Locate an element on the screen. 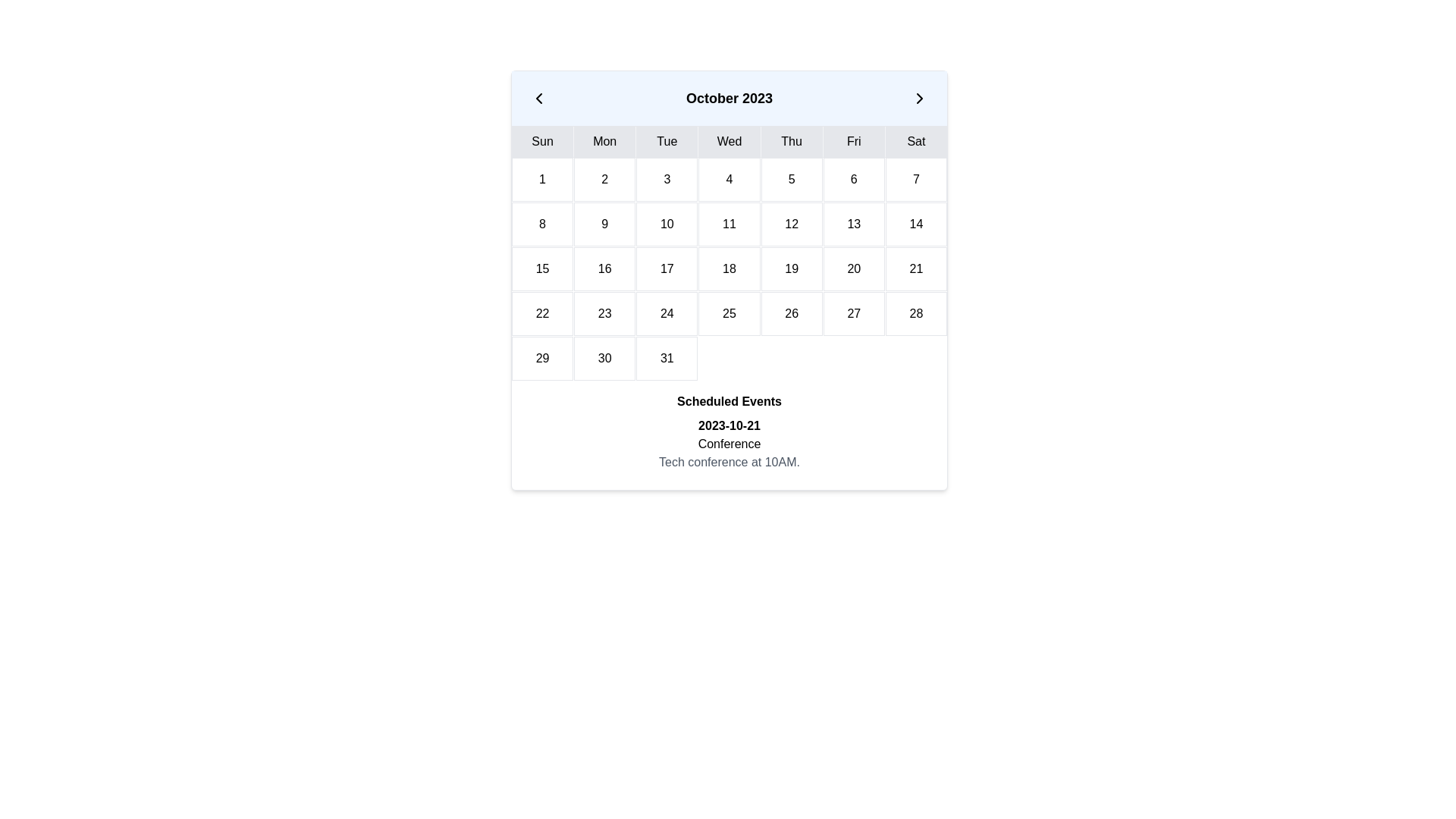 The width and height of the screenshot is (1456, 819). the grid cell displaying the number '25' in a bold black font, located in the fifth row and fourth column of the grid is located at coordinates (729, 312).